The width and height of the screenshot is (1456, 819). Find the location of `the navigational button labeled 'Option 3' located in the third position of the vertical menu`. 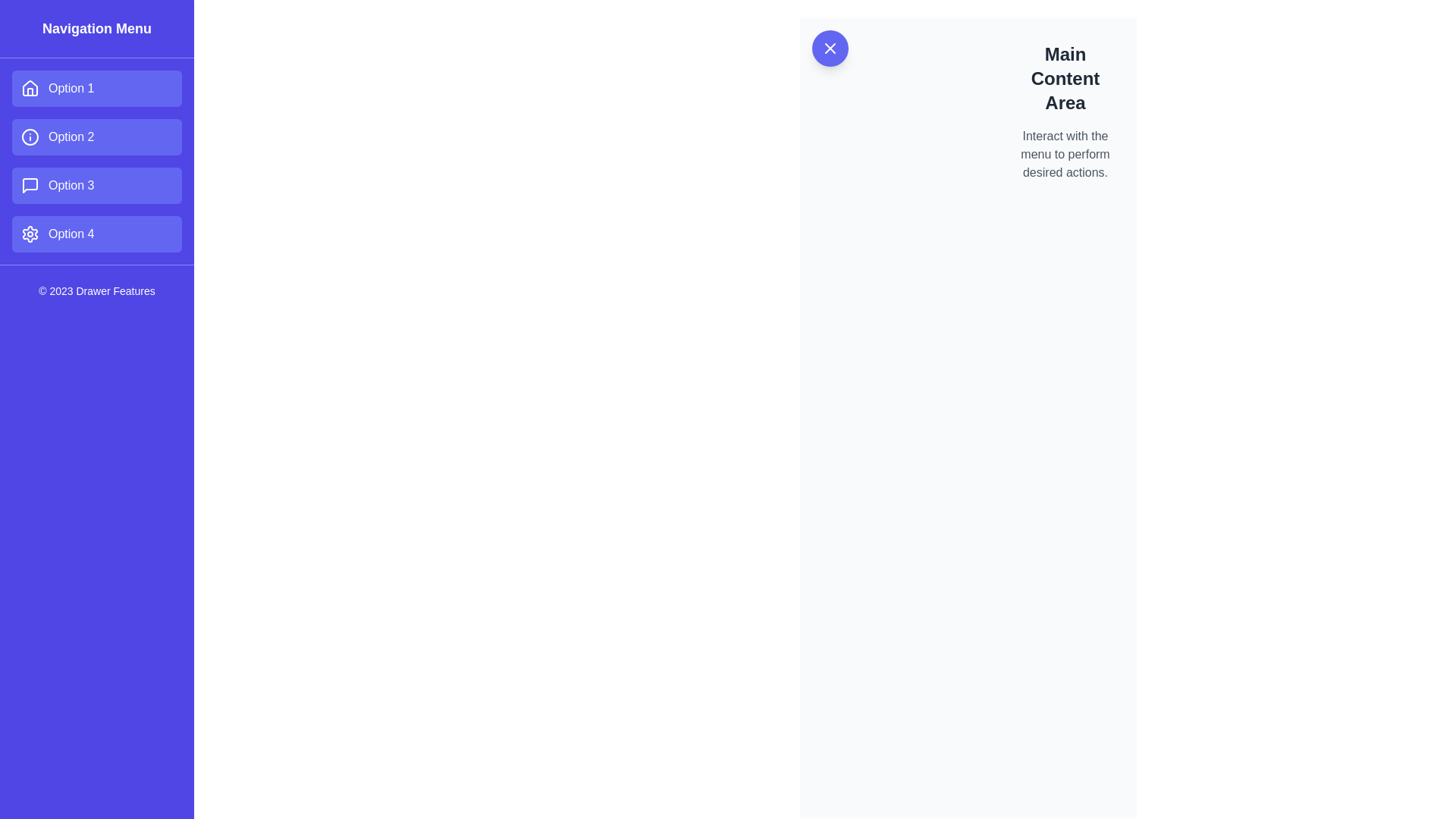

the navigational button labeled 'Option 3' located in the third position of the vertical menu is located at coordinates (96, 185).